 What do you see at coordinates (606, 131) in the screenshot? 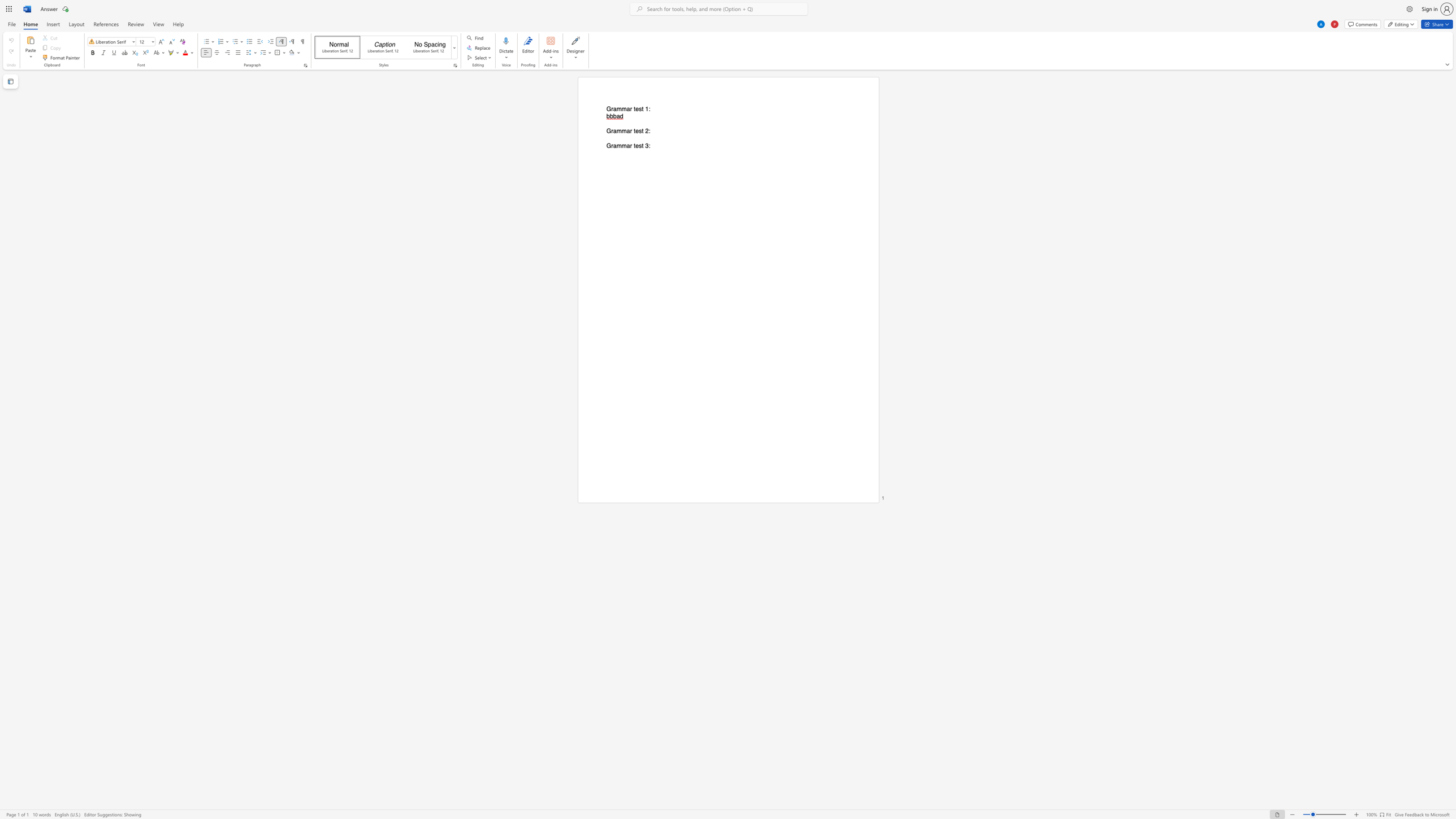
I see `the subset text "Gram" within the text "Grammar test 2:"` at bounding box center [606, 131].